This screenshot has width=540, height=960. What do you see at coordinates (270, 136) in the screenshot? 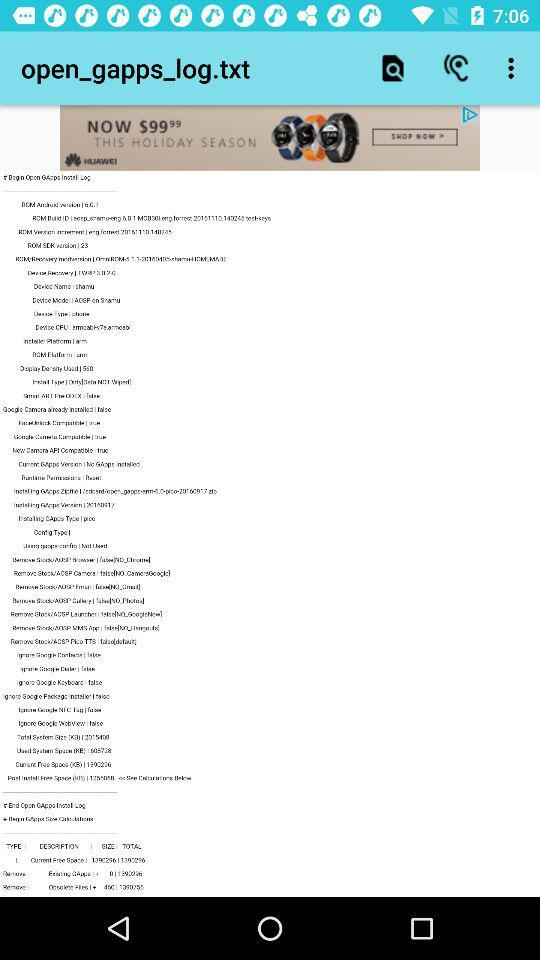
I see `advertisement website` at bounding box center [270, 136].